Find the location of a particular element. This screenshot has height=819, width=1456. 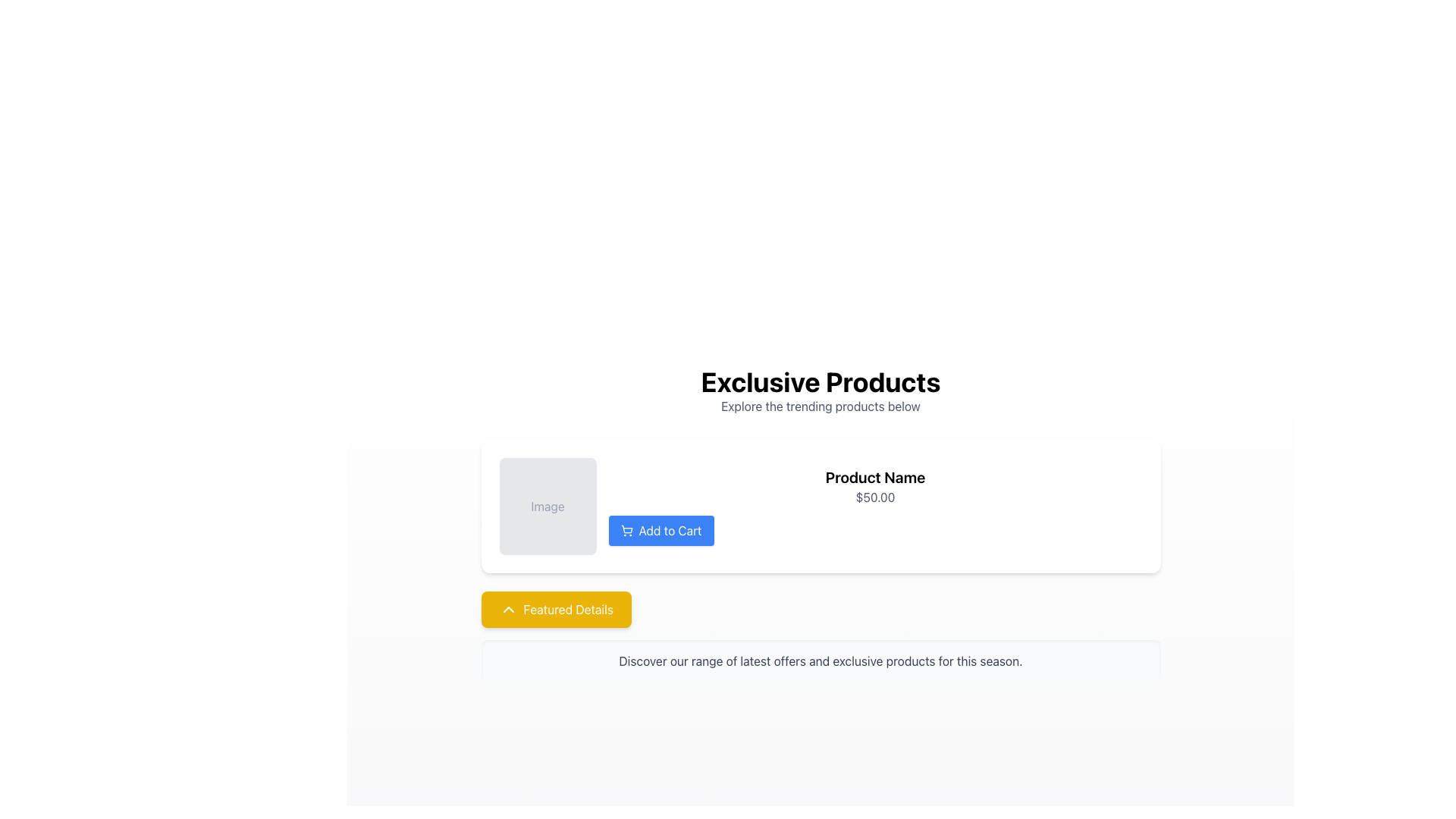

the 'Add to Cart' button located in the product details section, below 'Product Name' and '$50.00' is located at coordinates (661, 529).